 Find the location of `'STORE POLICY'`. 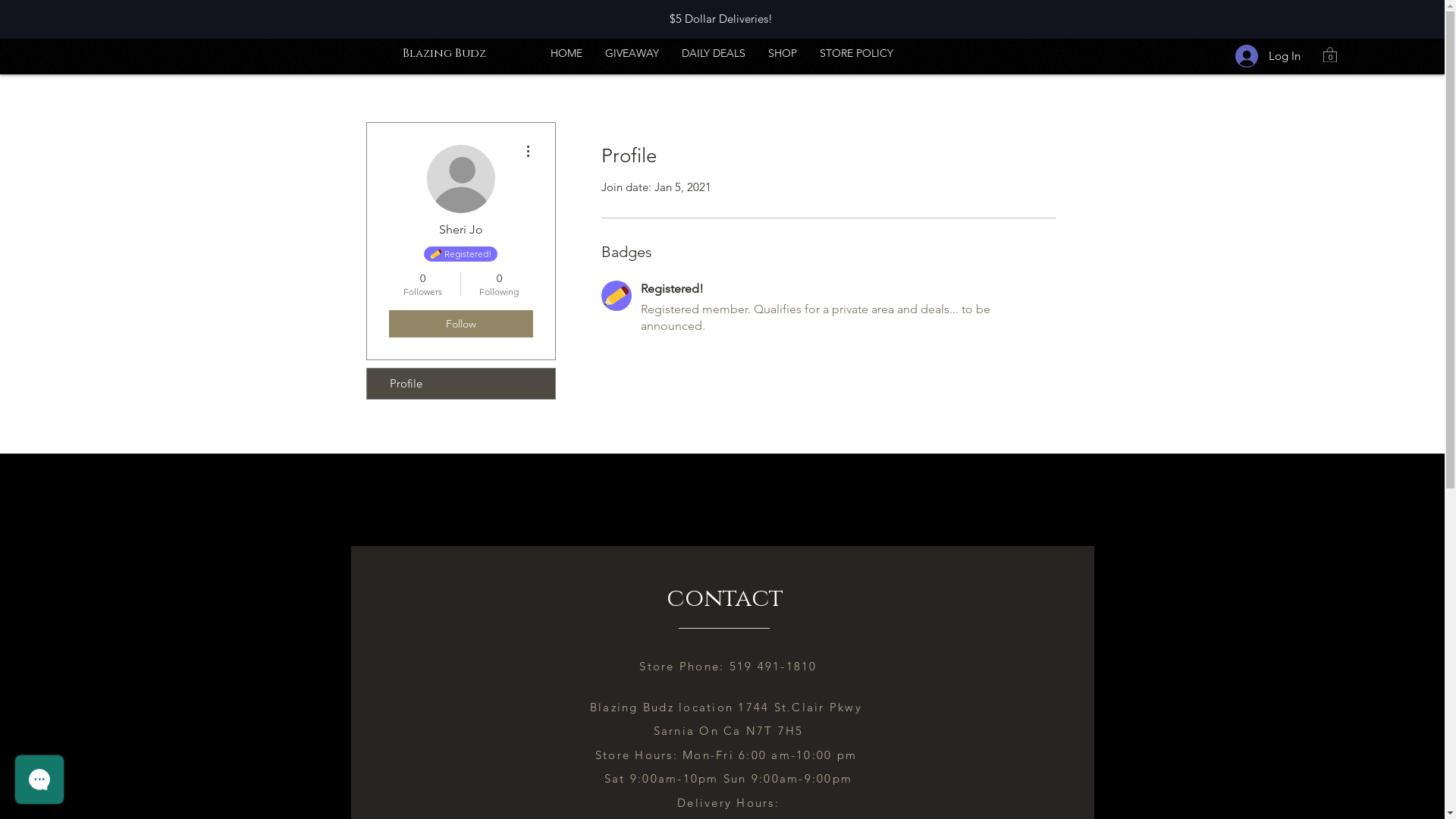

'STORE POLICY' is located at coordinates (856, 52).